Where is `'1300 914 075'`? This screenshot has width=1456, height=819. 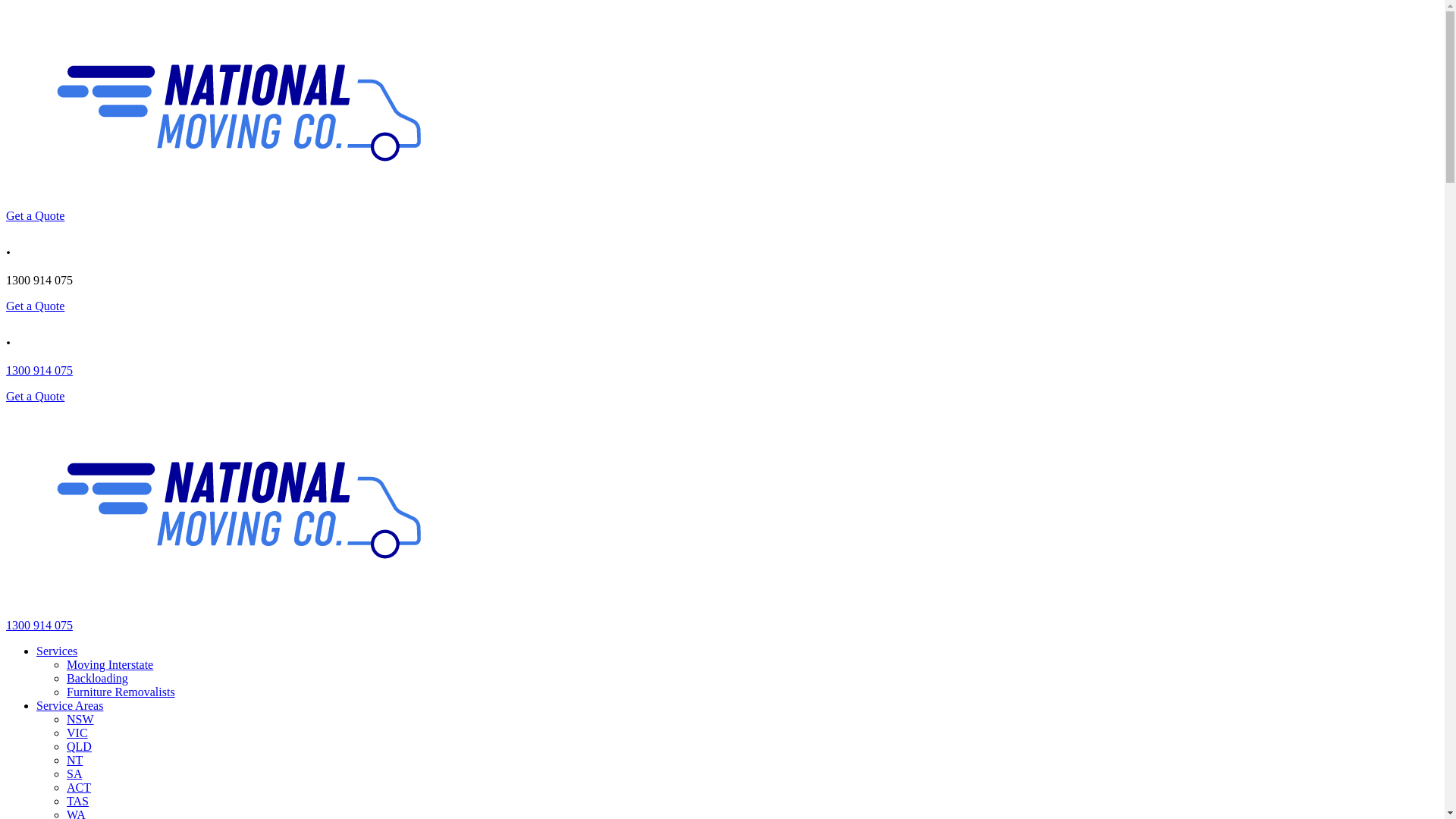
'1300 914 075' is located at coordinates (39, 370).